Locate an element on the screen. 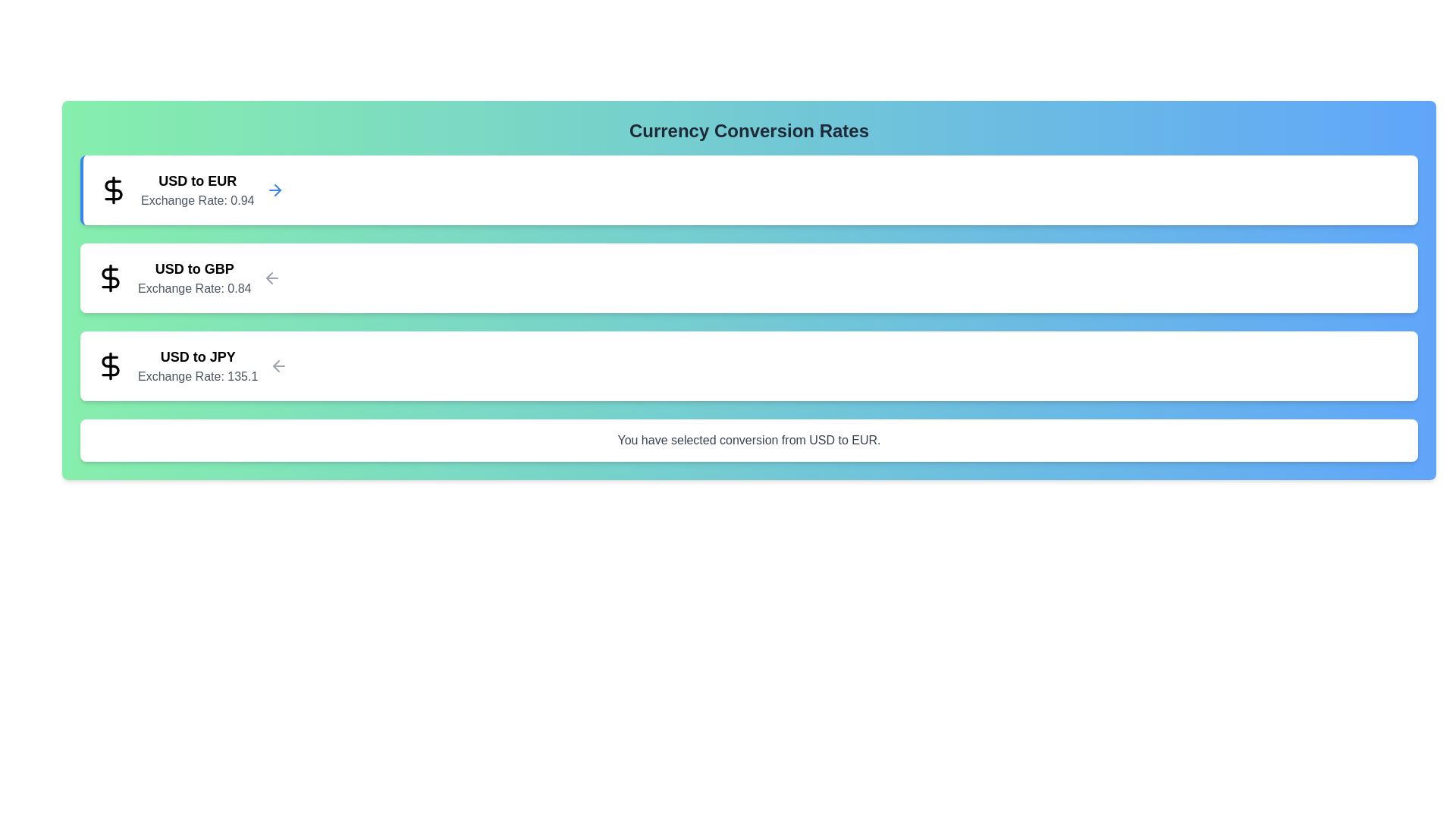 This screenshot has height=819, width=1456. the label displaying 'USD to GBP' which shows the current exchange rate of 0.84, located in the middle card of the currency conversion rates list is located at coordinates (193, 278).